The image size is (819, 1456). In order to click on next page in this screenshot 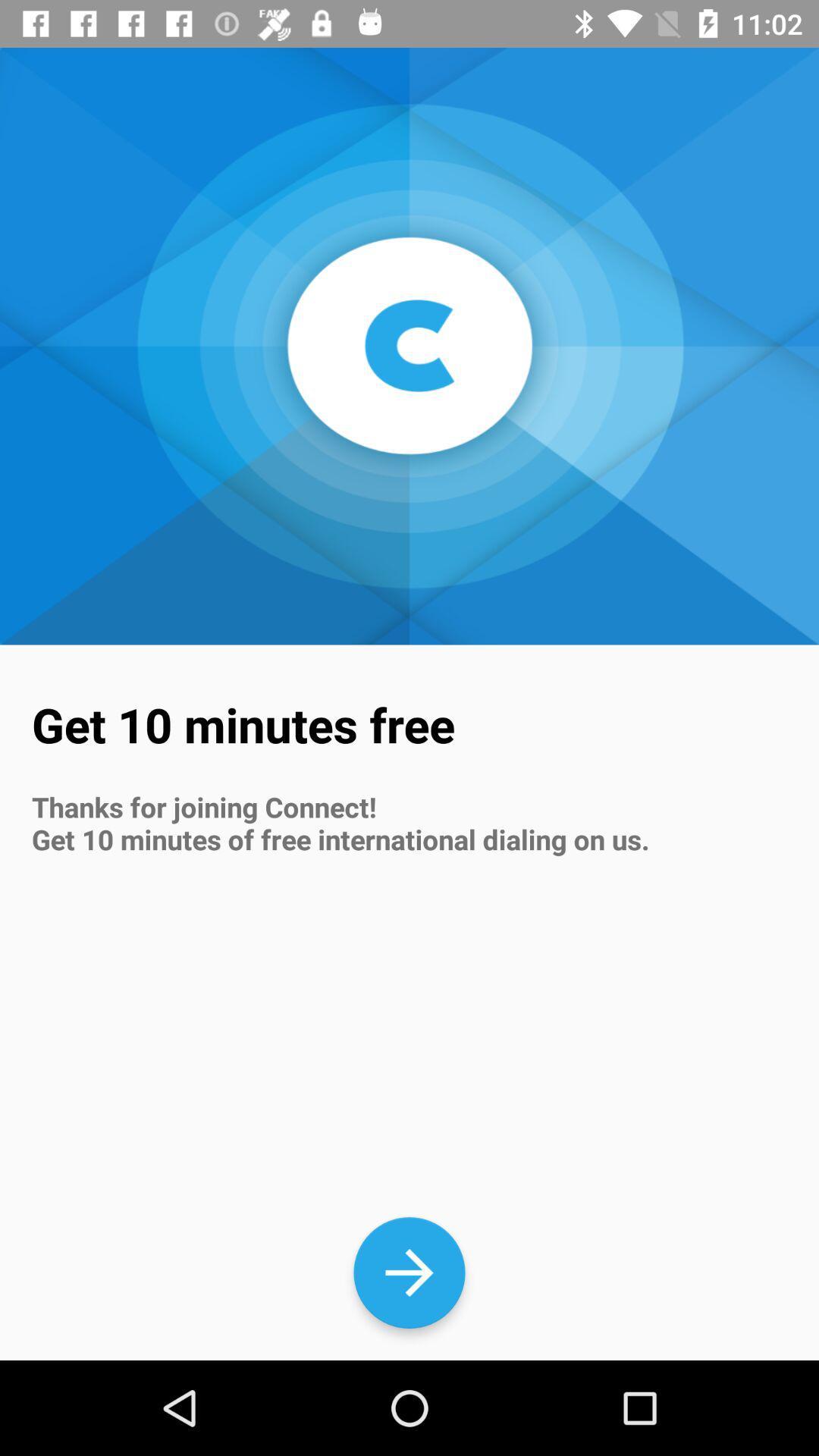, I will do `click(409, 1272)`.